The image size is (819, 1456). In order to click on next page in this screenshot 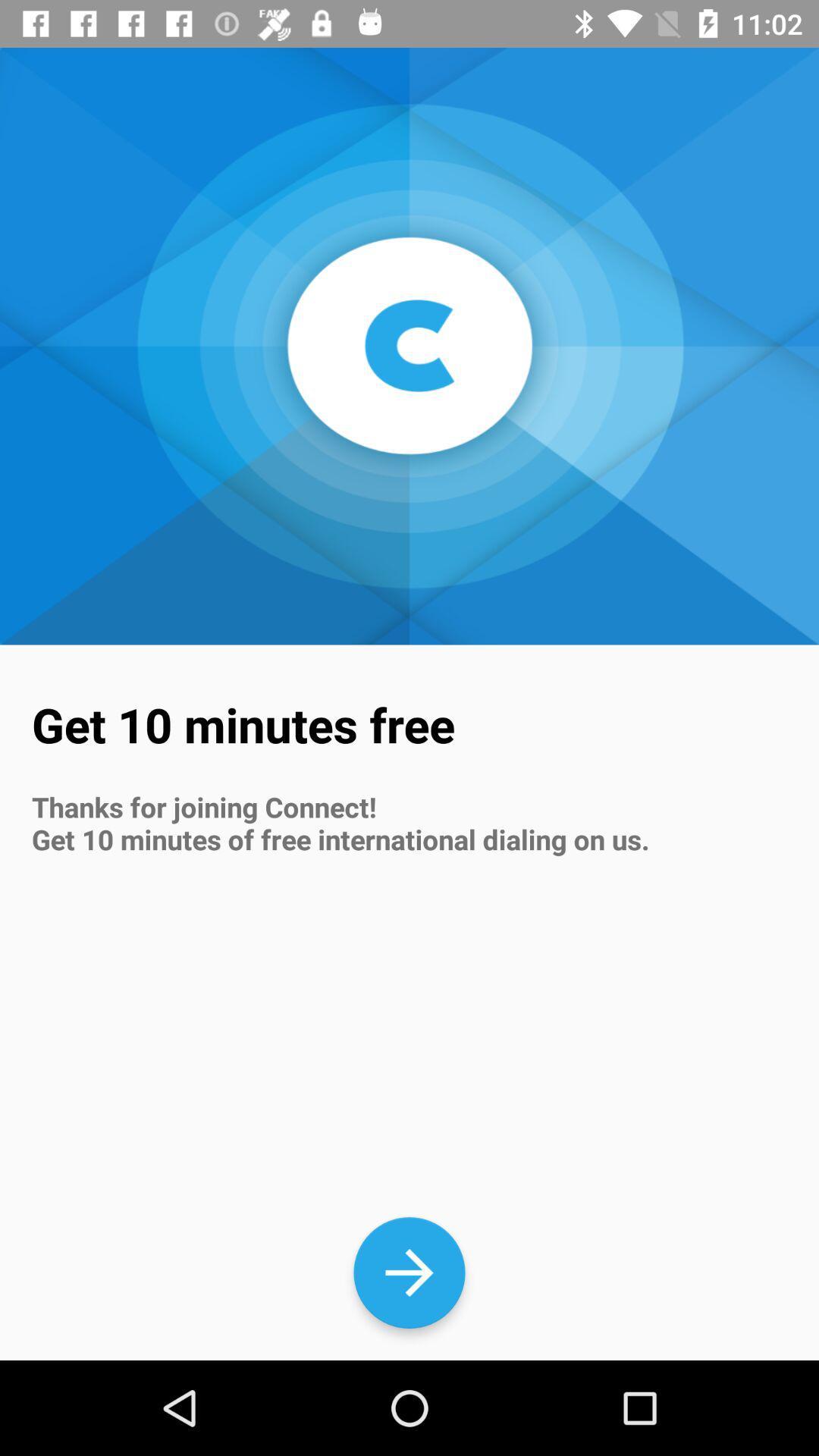, I will do `click(409, 1272)`.